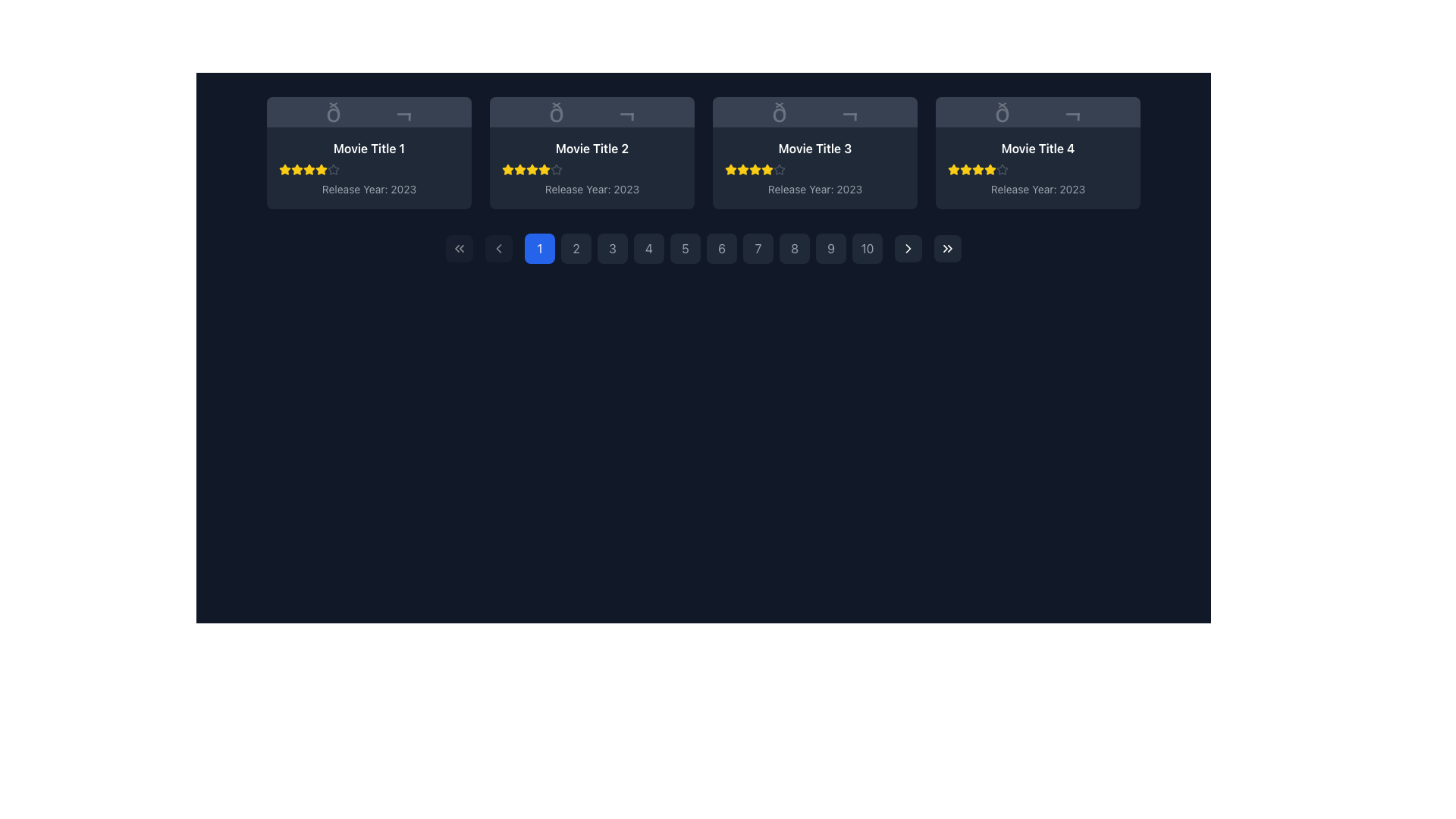  I want to click on the navigation icon located next to the page number '10' in the pagination section, so click(908, 247).